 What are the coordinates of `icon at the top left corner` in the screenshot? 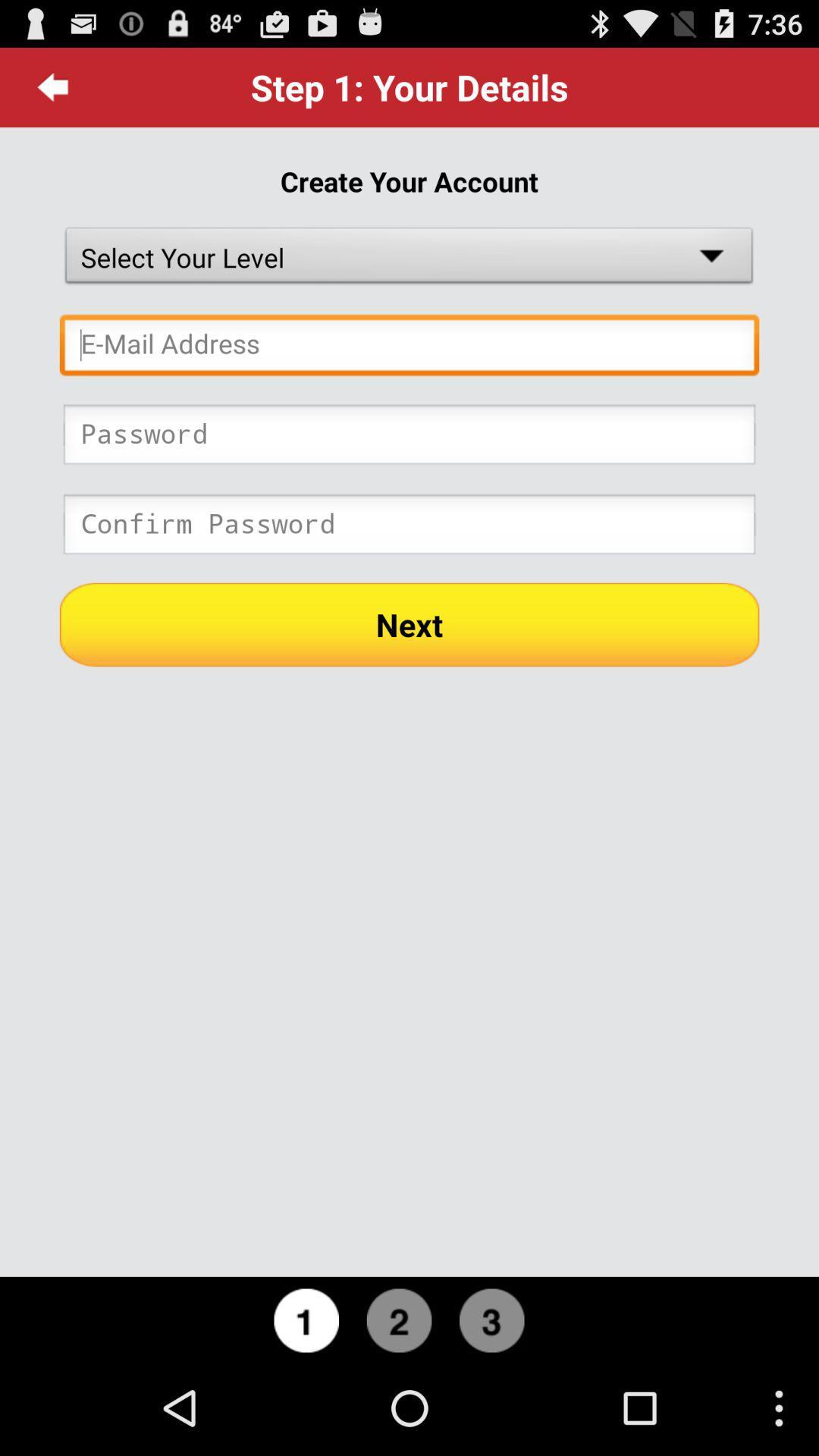 It's located at (52, 86).